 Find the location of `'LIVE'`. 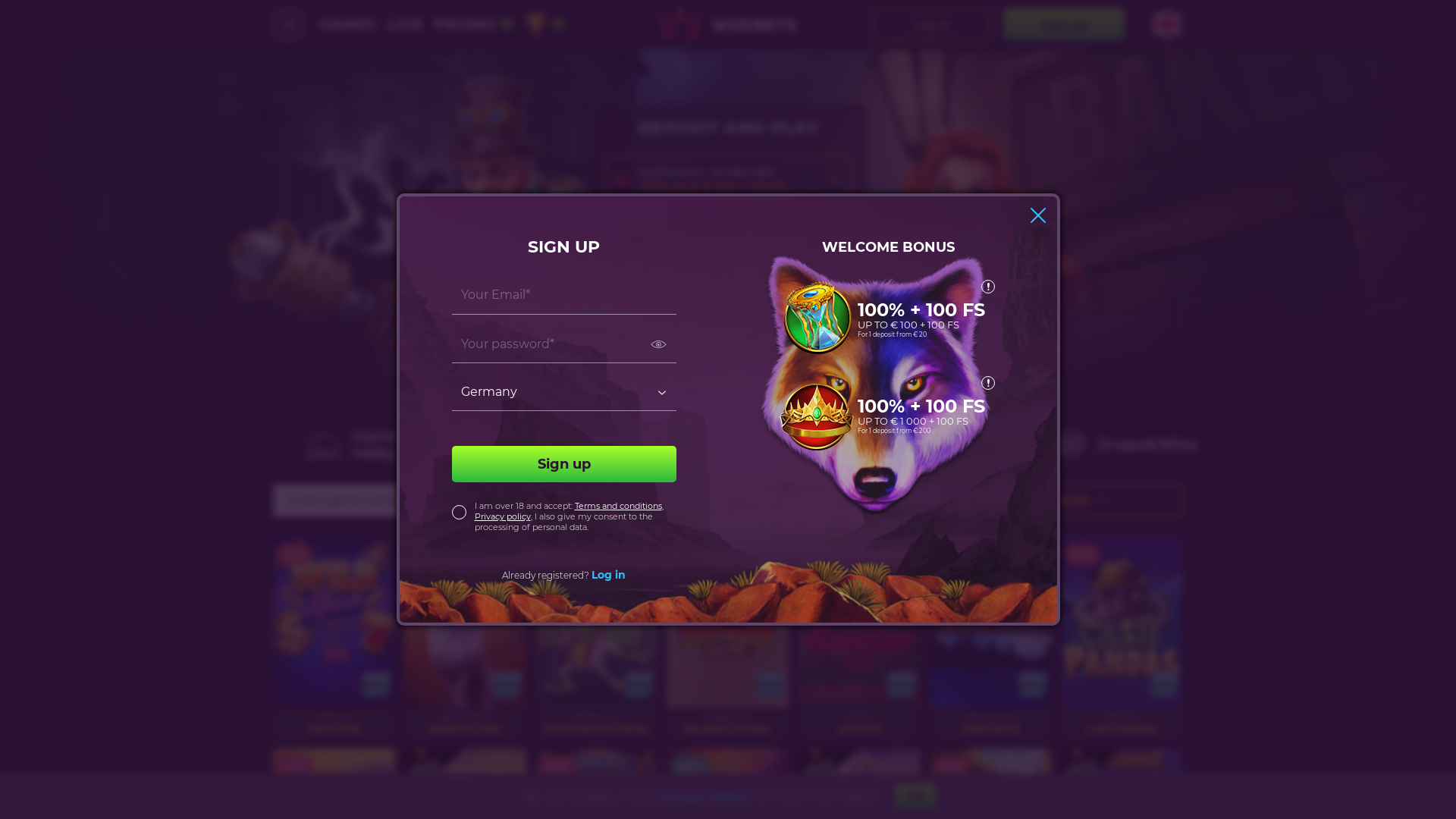

'LIVE' is located at coordinates (404, 24).